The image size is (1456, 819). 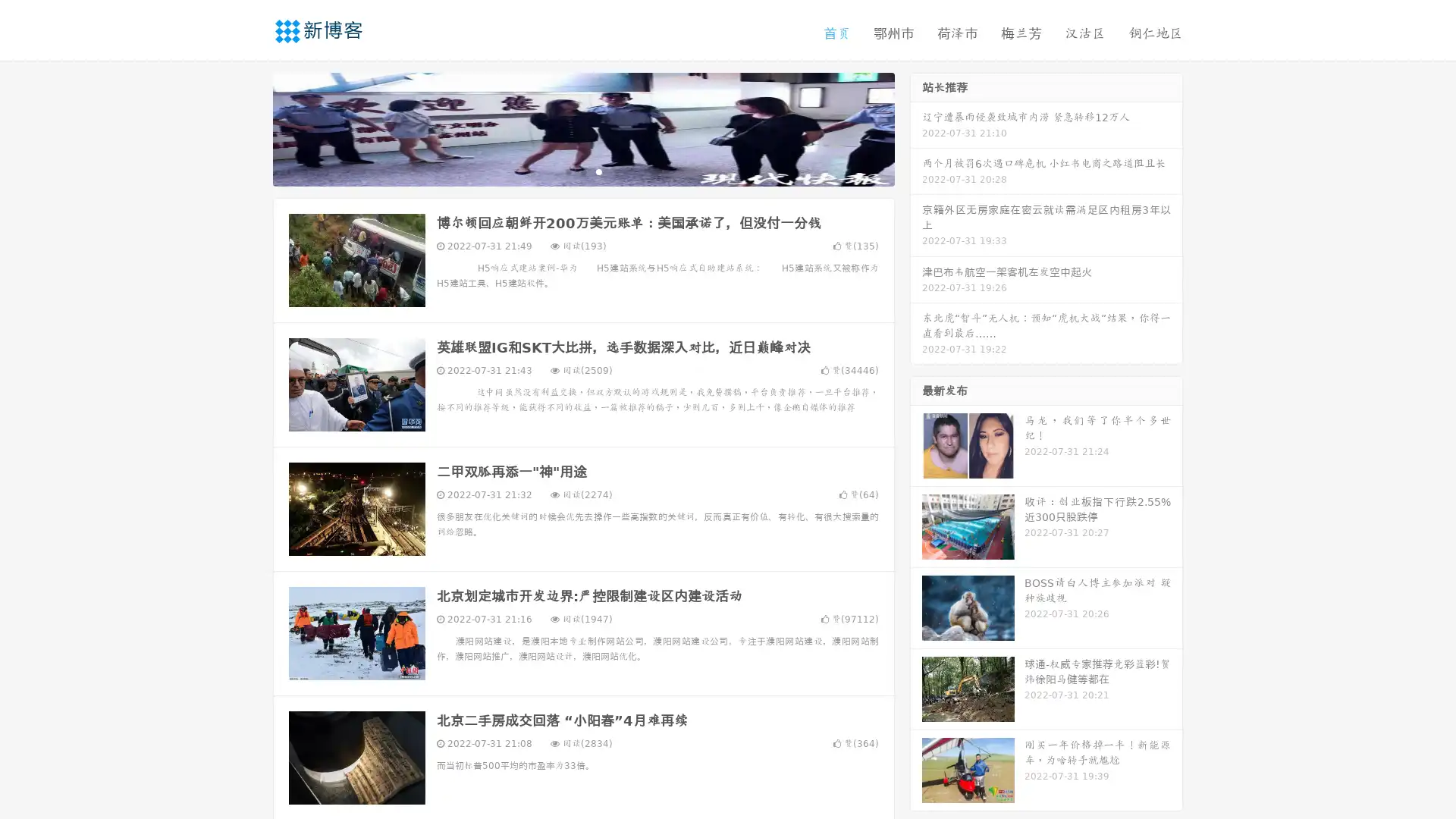 I want to click on Go to slide 3, so click(x=598, y=171).